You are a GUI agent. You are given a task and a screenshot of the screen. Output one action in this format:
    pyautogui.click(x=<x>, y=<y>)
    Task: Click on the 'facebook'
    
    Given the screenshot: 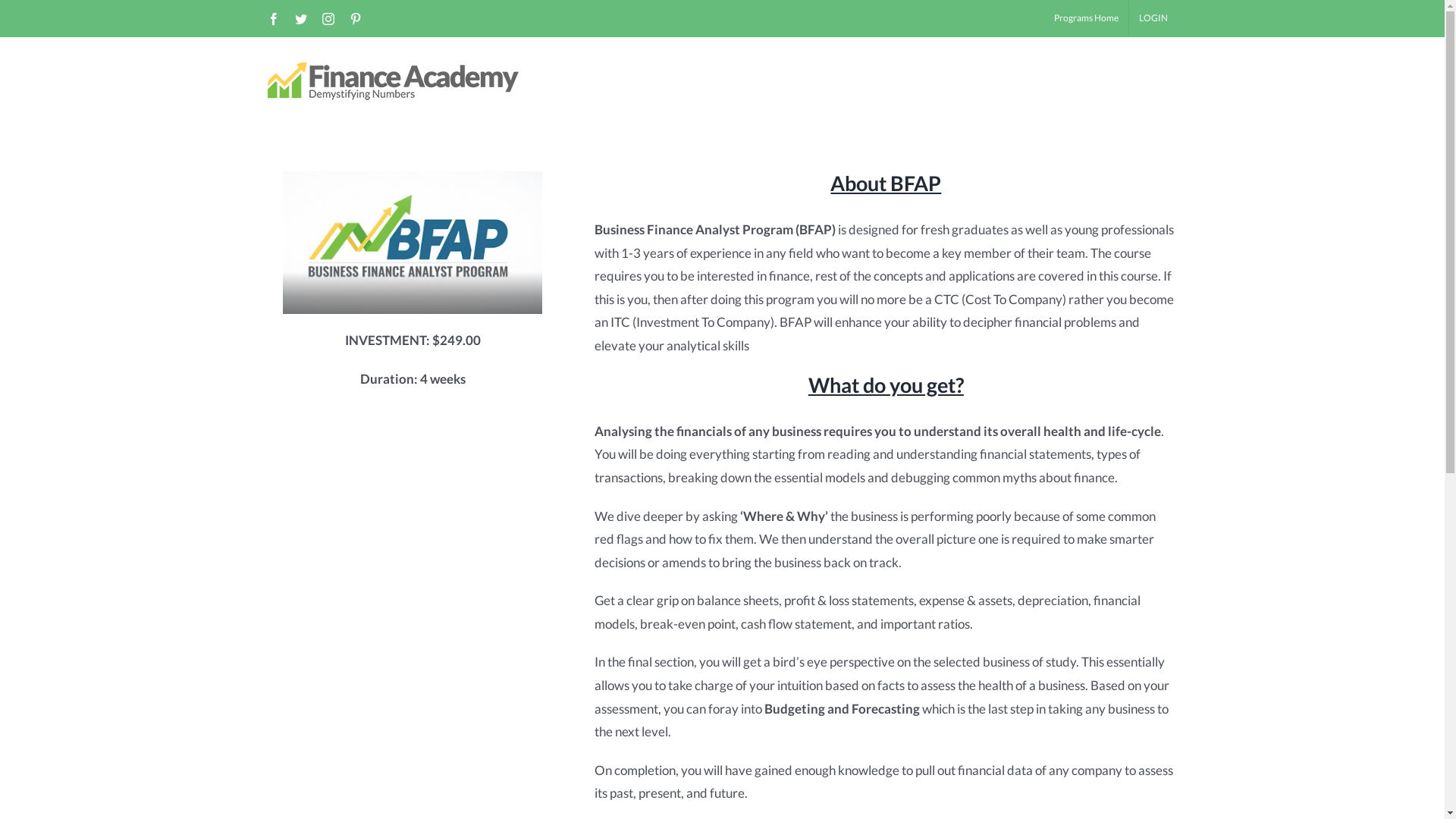 What is the action you would take?
    pyautogui.click(x=273, y=17)
    